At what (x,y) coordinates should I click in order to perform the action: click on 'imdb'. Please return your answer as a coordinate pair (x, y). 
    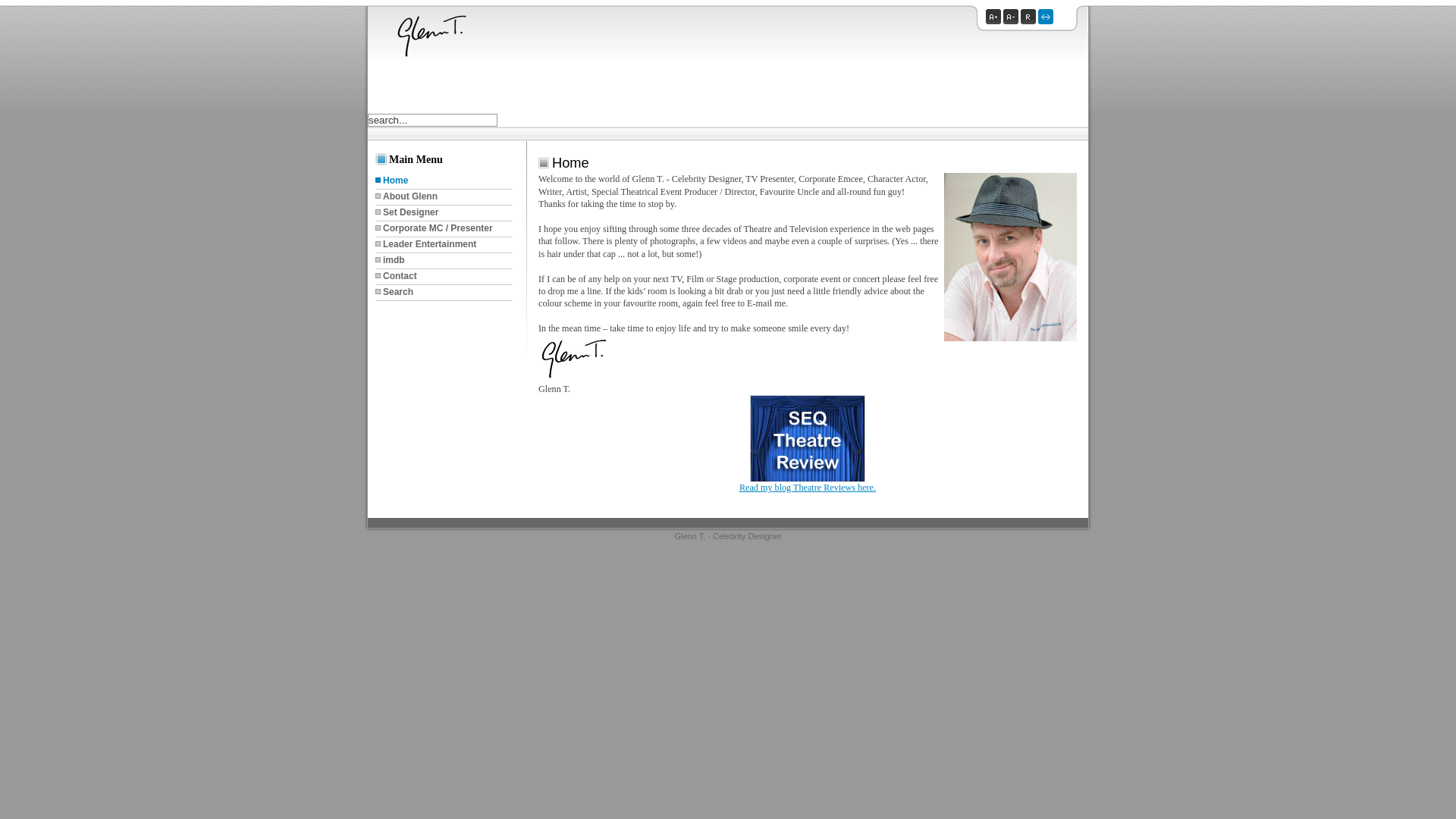
    Looking at the image, I should click on (443, 260).